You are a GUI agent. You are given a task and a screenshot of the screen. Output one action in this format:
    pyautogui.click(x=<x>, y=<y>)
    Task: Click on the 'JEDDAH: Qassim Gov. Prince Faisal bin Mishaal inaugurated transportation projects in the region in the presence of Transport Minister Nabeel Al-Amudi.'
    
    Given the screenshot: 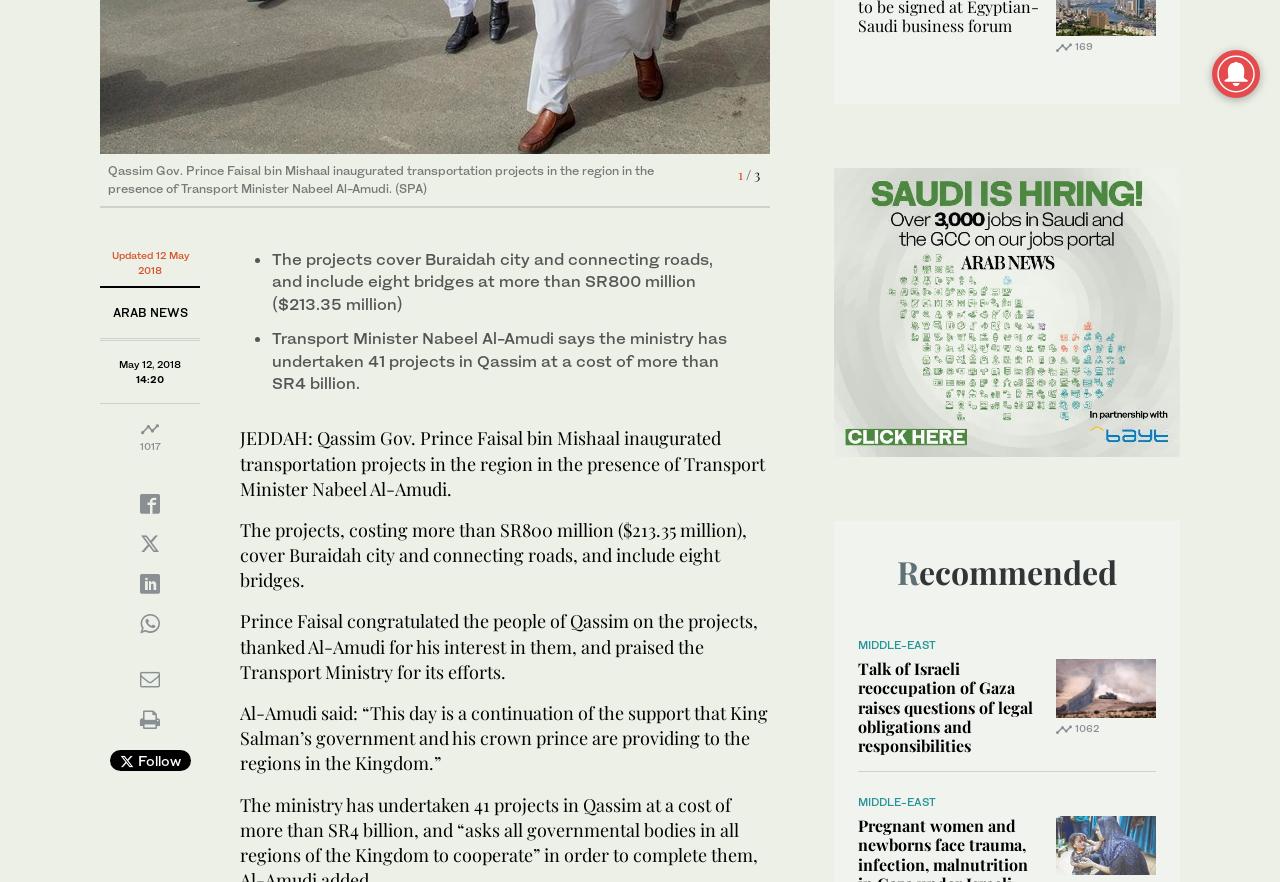 What is the action you would take?
    pyautogui.click(x=502, y=462)
    